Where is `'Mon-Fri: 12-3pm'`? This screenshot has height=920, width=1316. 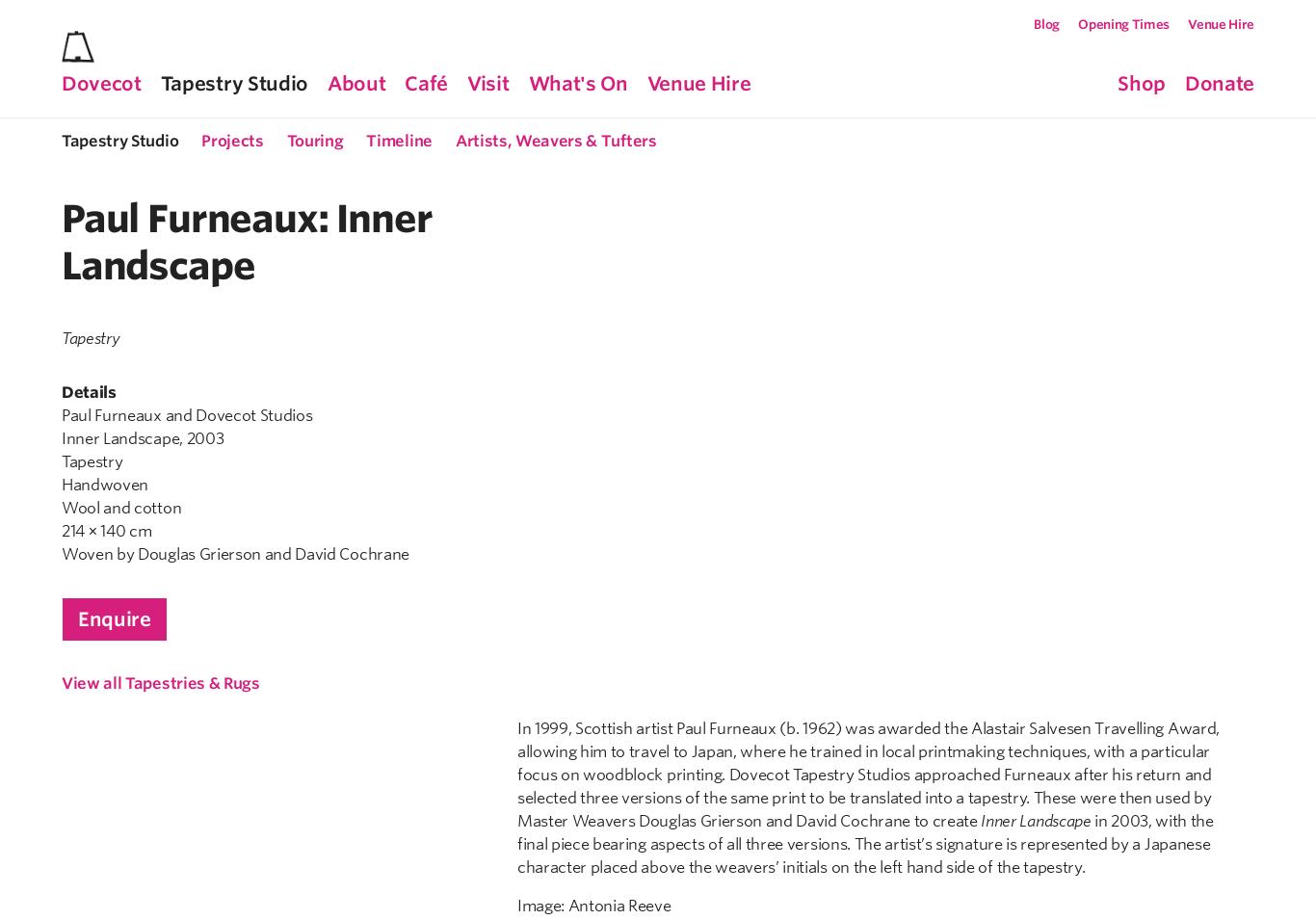
'Mon-Fri: 12-3pm' is located at coordinates (113, 776).